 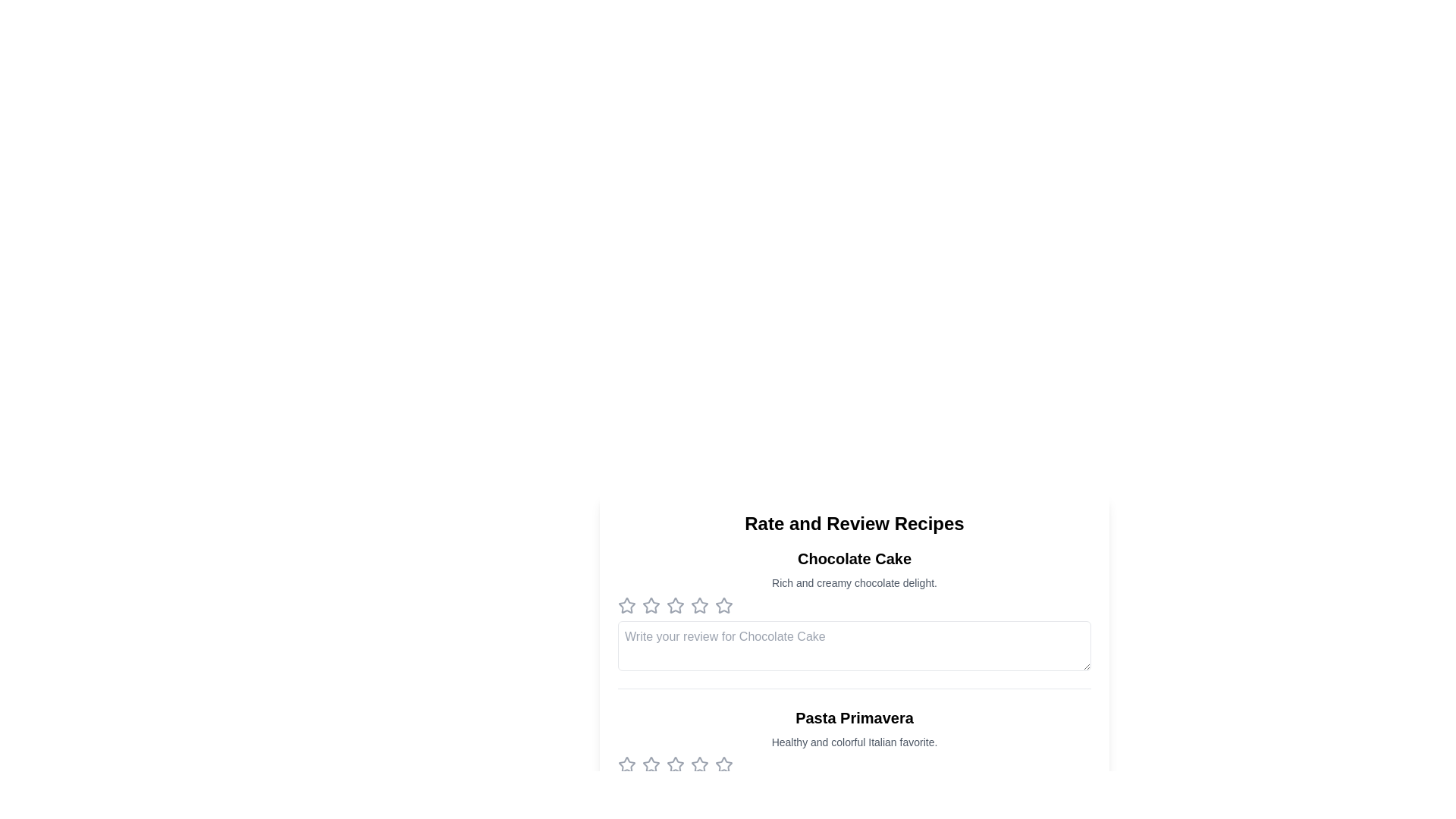 What do you see at coordinates (723, 765) in the screenshot?
I see `the fifth star icon in the rating system for accessibility navigation, located beneath the 'Pasta Primavera' heading` at bounding box center [723, 765].